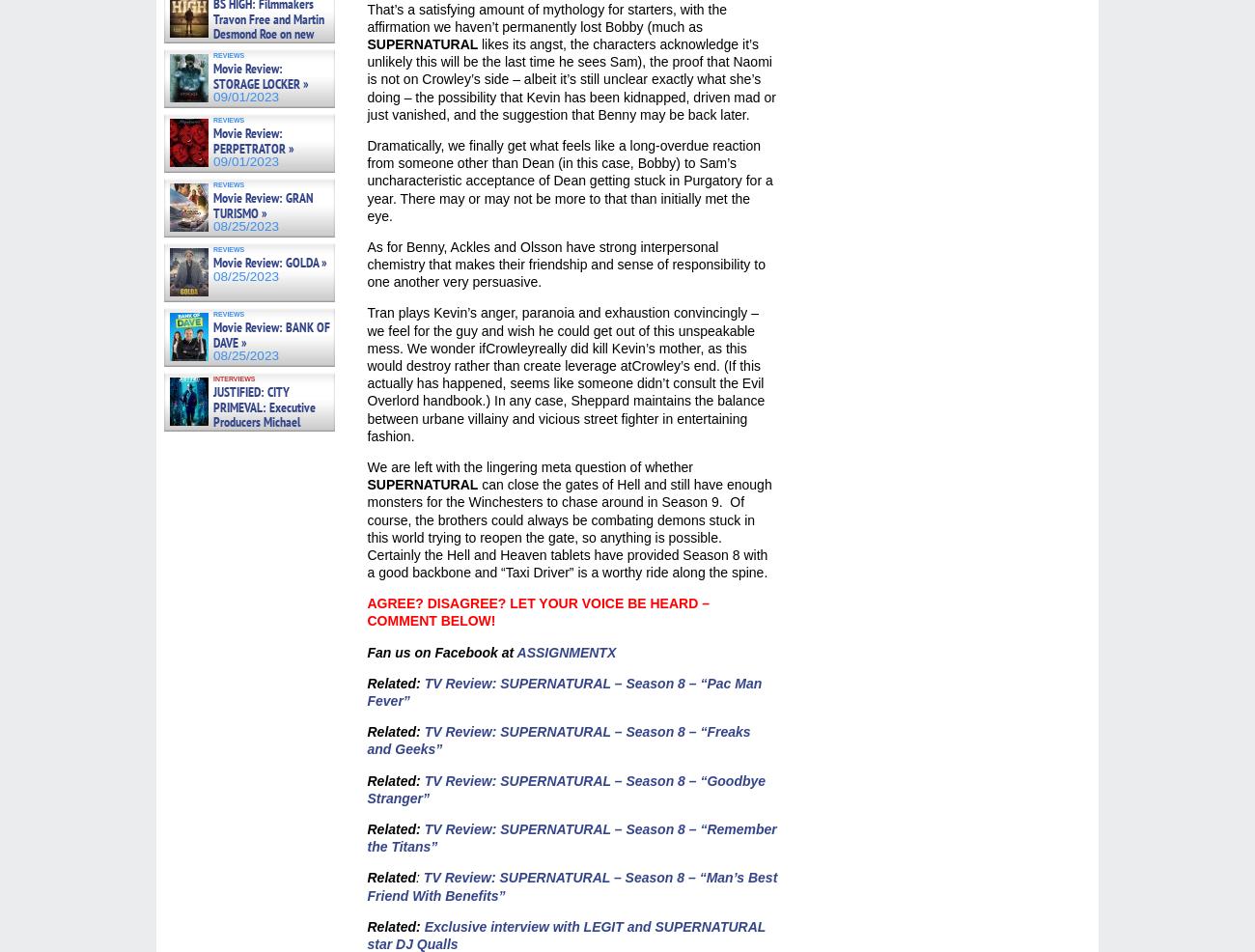  Describe the element at coordinates (199, 11) in the screenshot. I see `'09/05/2023'` at that location.